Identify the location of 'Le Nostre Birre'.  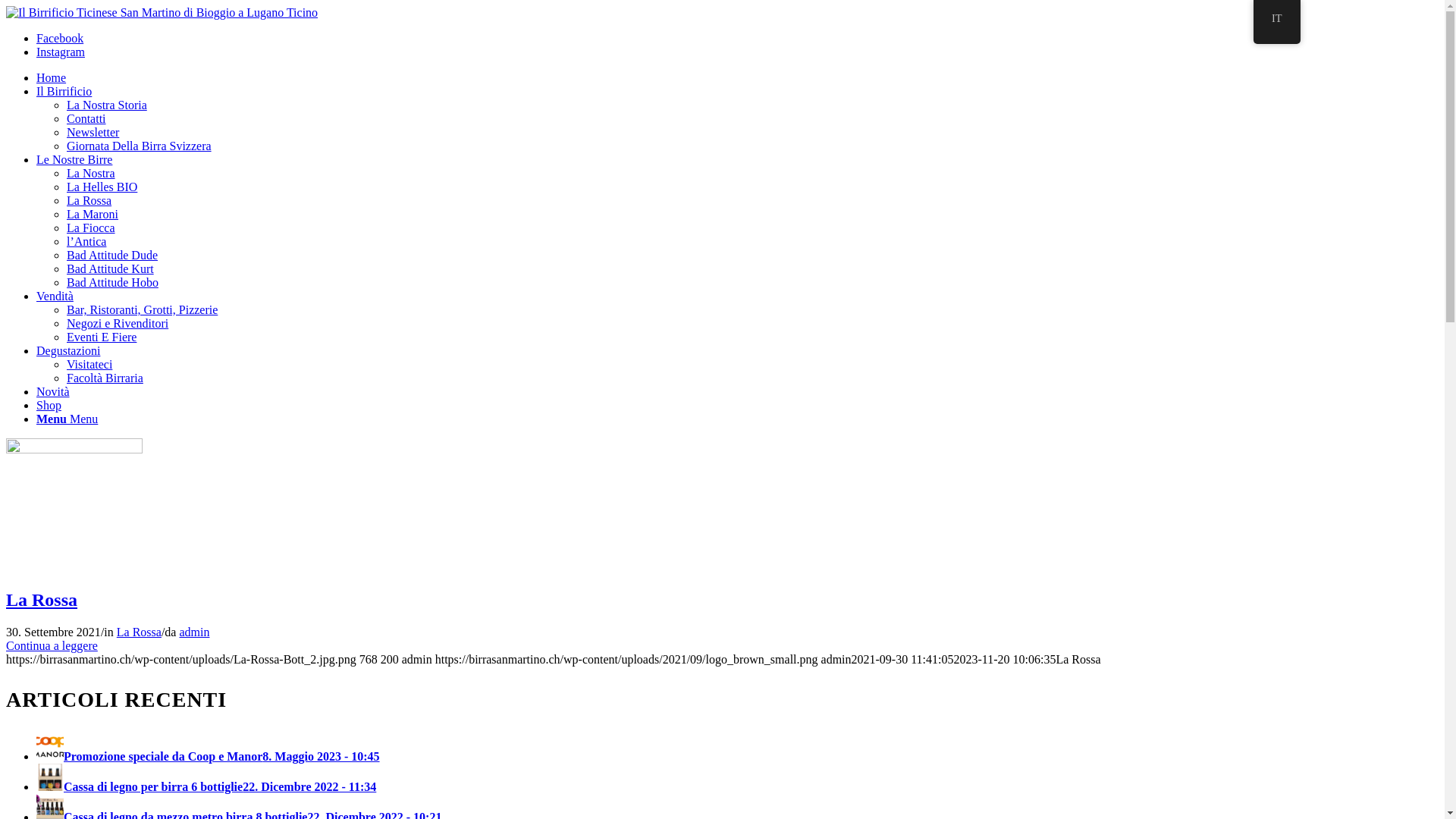
(73, 159).